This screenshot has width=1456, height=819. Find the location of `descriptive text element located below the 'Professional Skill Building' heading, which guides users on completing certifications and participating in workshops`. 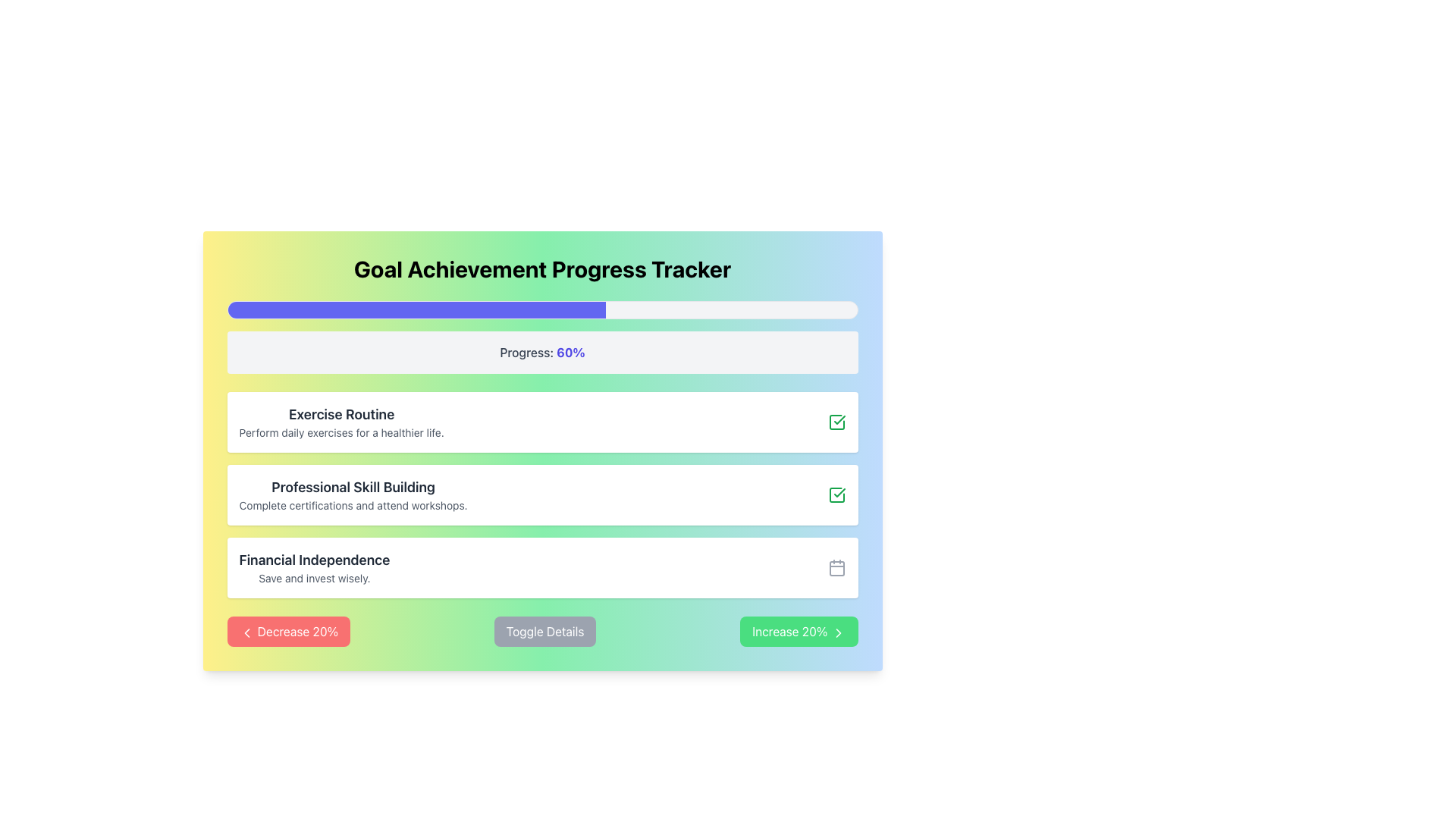

descriptive text element located below the 'Professional Skill Building' heading, which guides users on completing certifications and participating in workshops is located at coordinates (353, 506).